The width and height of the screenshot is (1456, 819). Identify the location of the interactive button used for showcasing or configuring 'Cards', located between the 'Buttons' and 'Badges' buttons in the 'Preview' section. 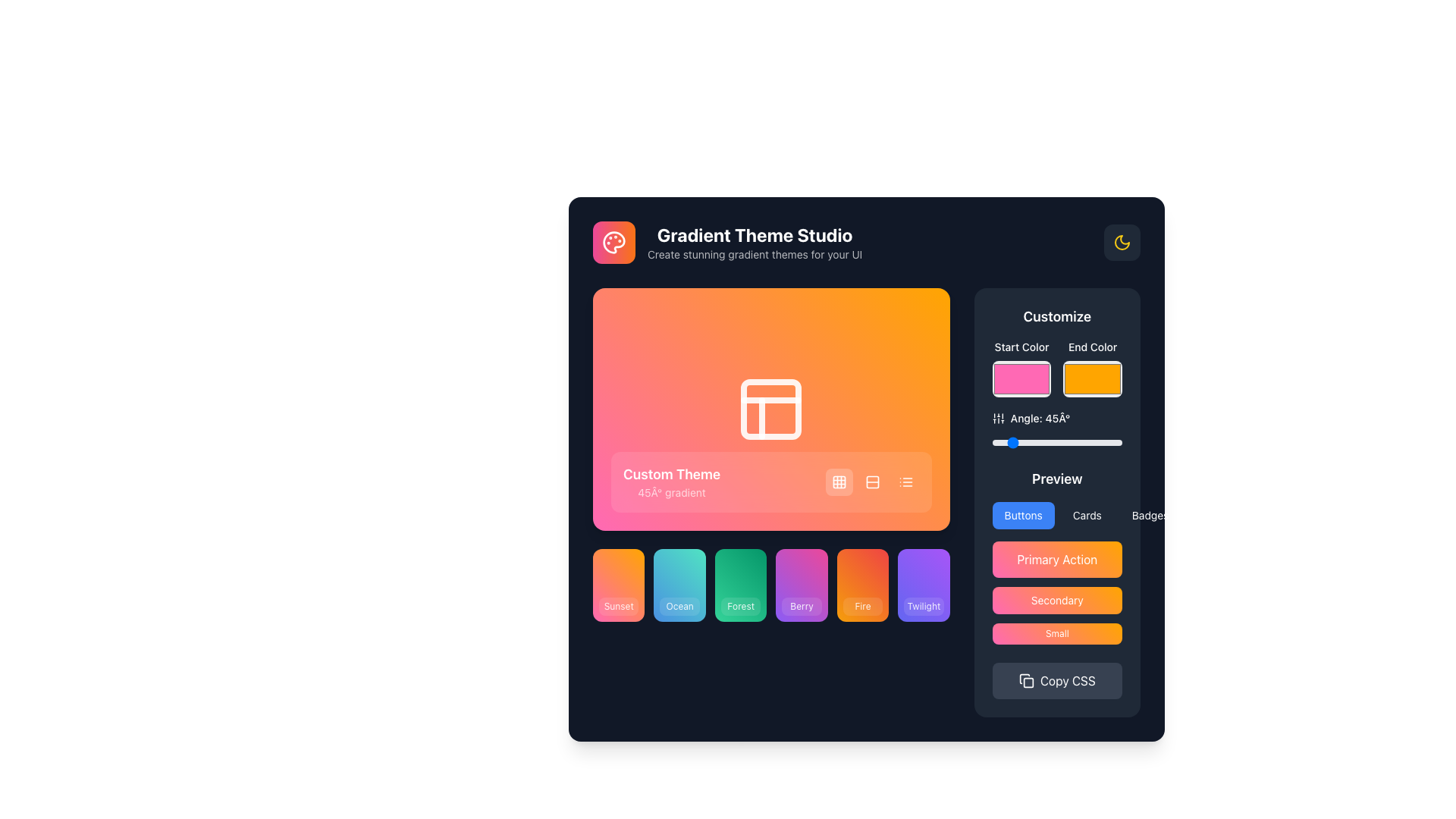
(1086, 514).